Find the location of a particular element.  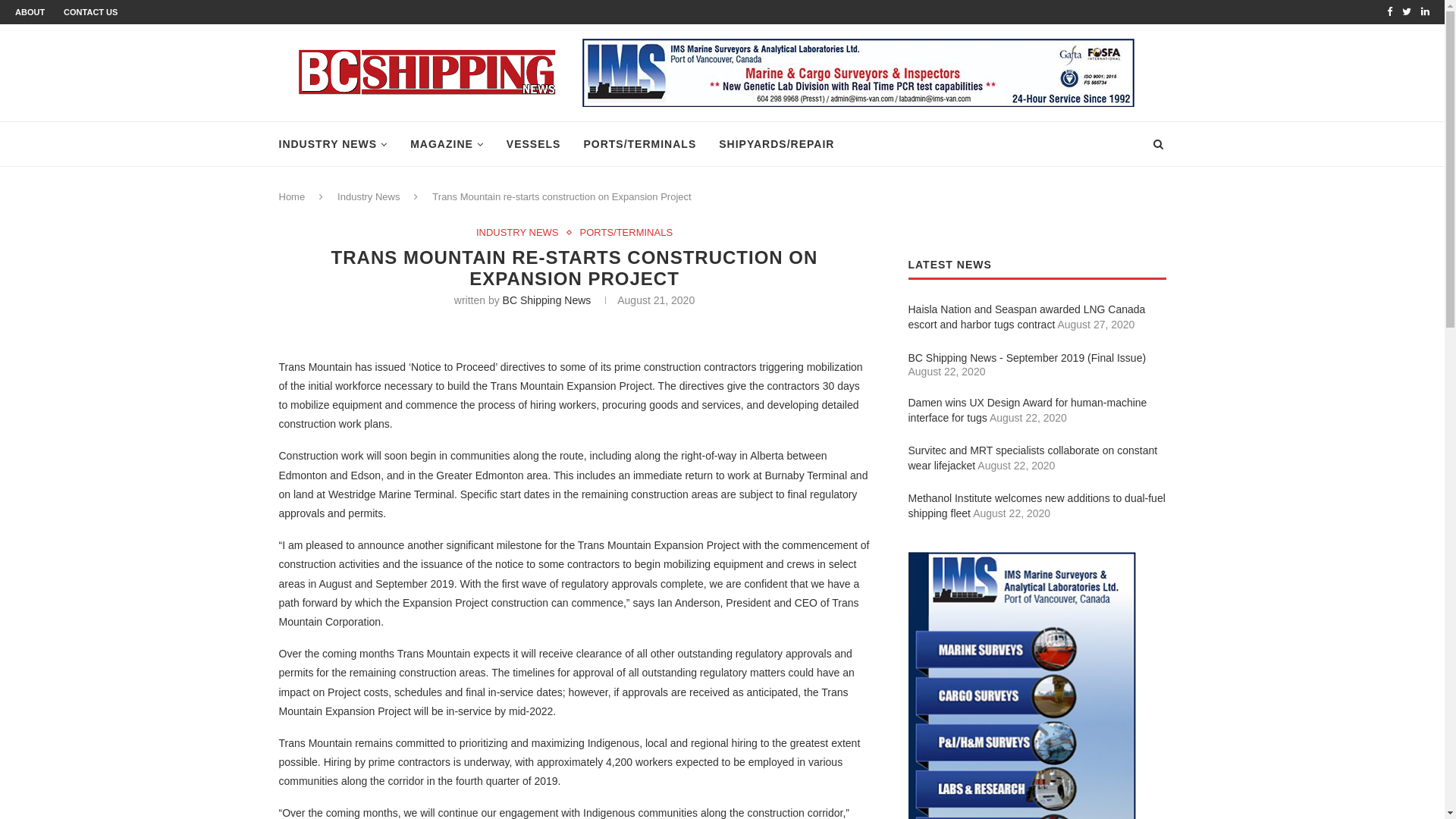

'SHIPYARDS/REPAIR' is located at coordinates (776, 143).